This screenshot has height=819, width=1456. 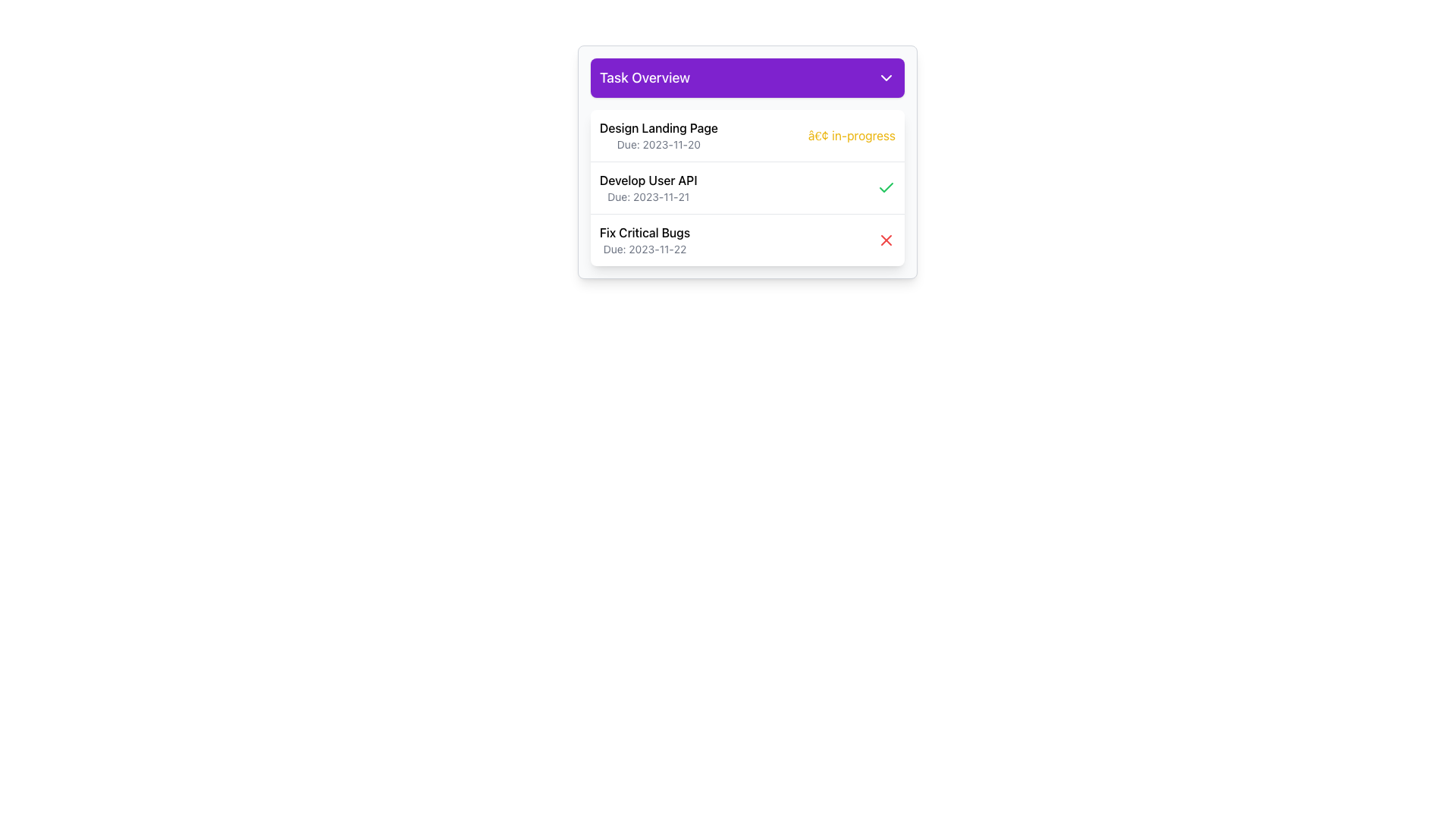 What do you see at coordinates (886, 239) in the screenshot?
I see `the delete button associated with the task titled 'Fix Critical Bugs' and due date 'Due: 2023-11-22'` at bounding box center [886, 239].